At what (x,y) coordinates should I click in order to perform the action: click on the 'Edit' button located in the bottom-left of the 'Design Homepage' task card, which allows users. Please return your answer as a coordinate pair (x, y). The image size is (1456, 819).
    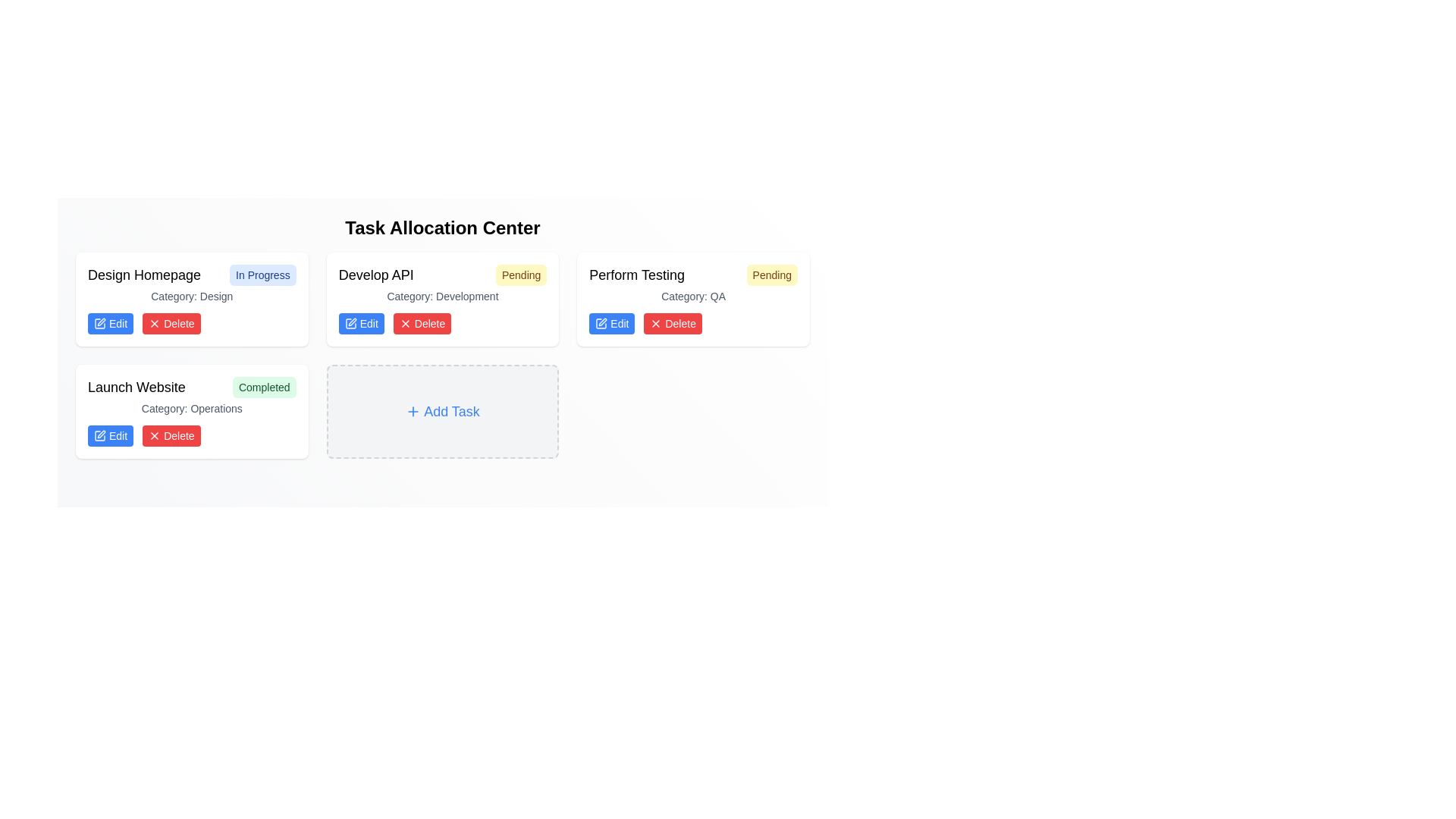
    Looking at the image, I should click on (110, 323).